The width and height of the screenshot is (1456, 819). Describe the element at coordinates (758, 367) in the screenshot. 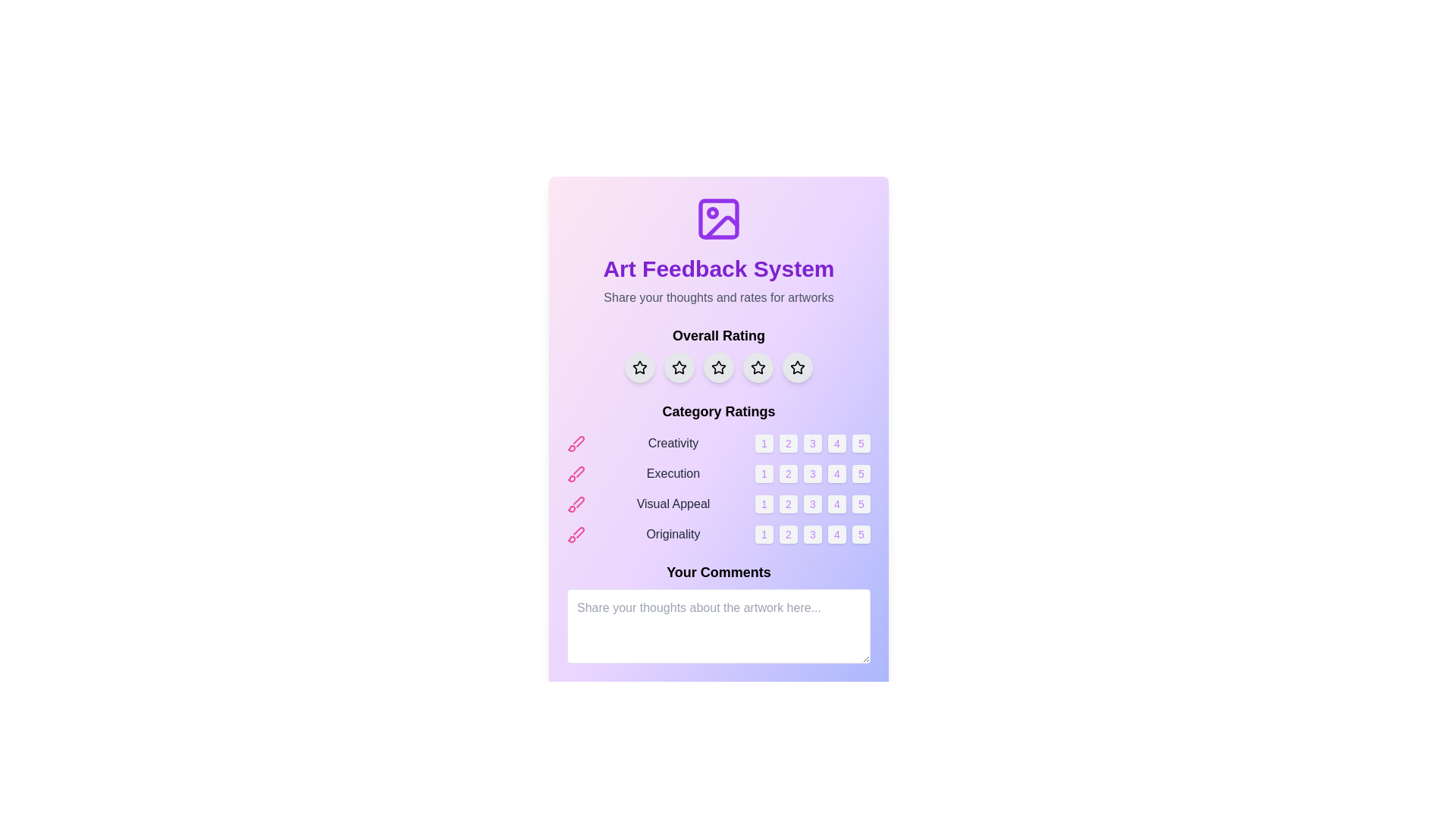

I see `the third star icon in the Overall Rating section to provide a rating` at that location.